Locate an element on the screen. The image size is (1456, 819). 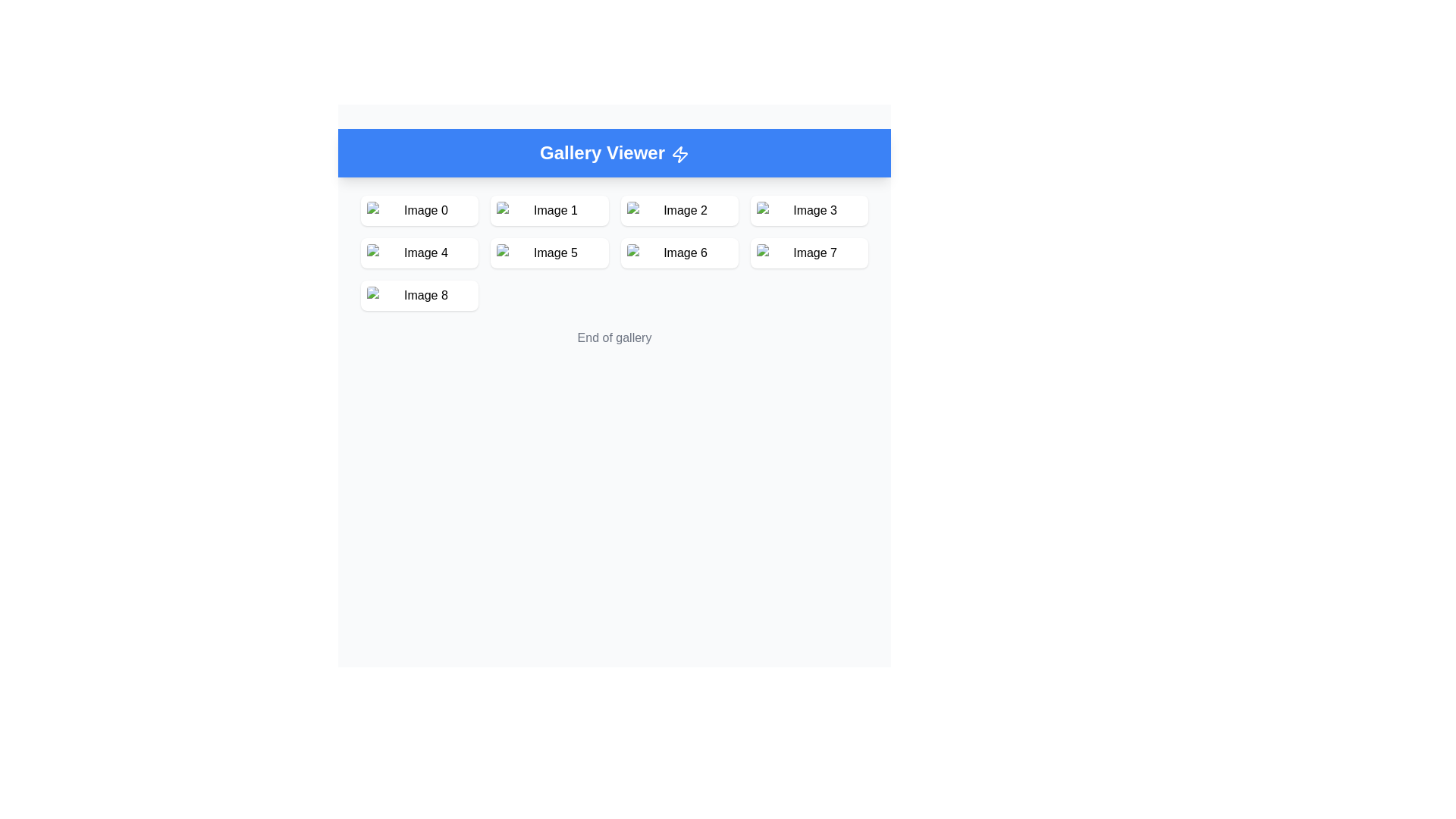
placeholder image component located in the first row and second column of the grid layout for details is located at coordinates (548, 210).